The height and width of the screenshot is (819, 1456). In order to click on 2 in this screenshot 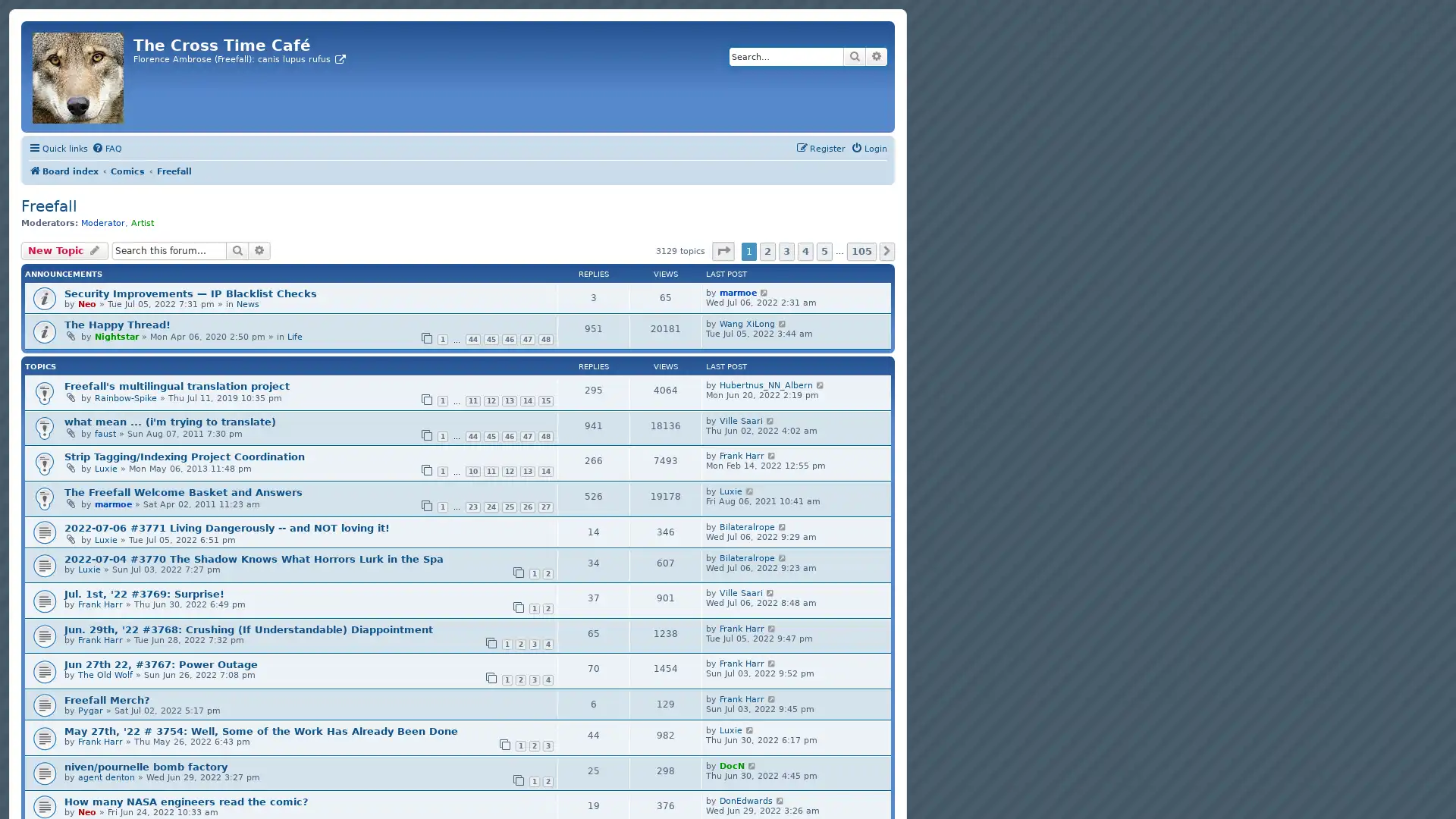, I will do `click(767, 250)`.